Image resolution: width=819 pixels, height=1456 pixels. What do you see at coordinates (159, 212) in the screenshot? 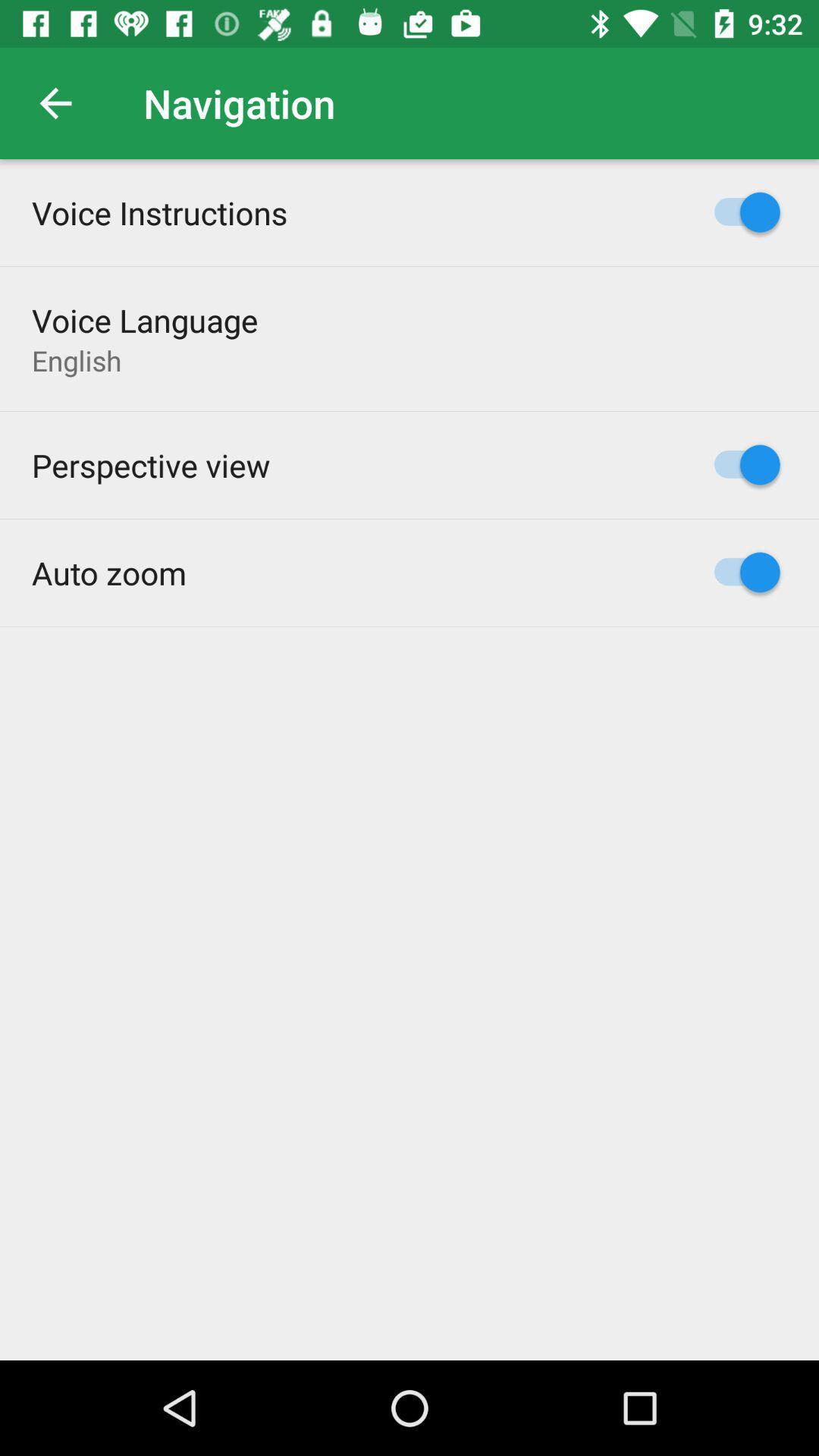
I see `the item above the voice language item` at bounding box center [159, 212].